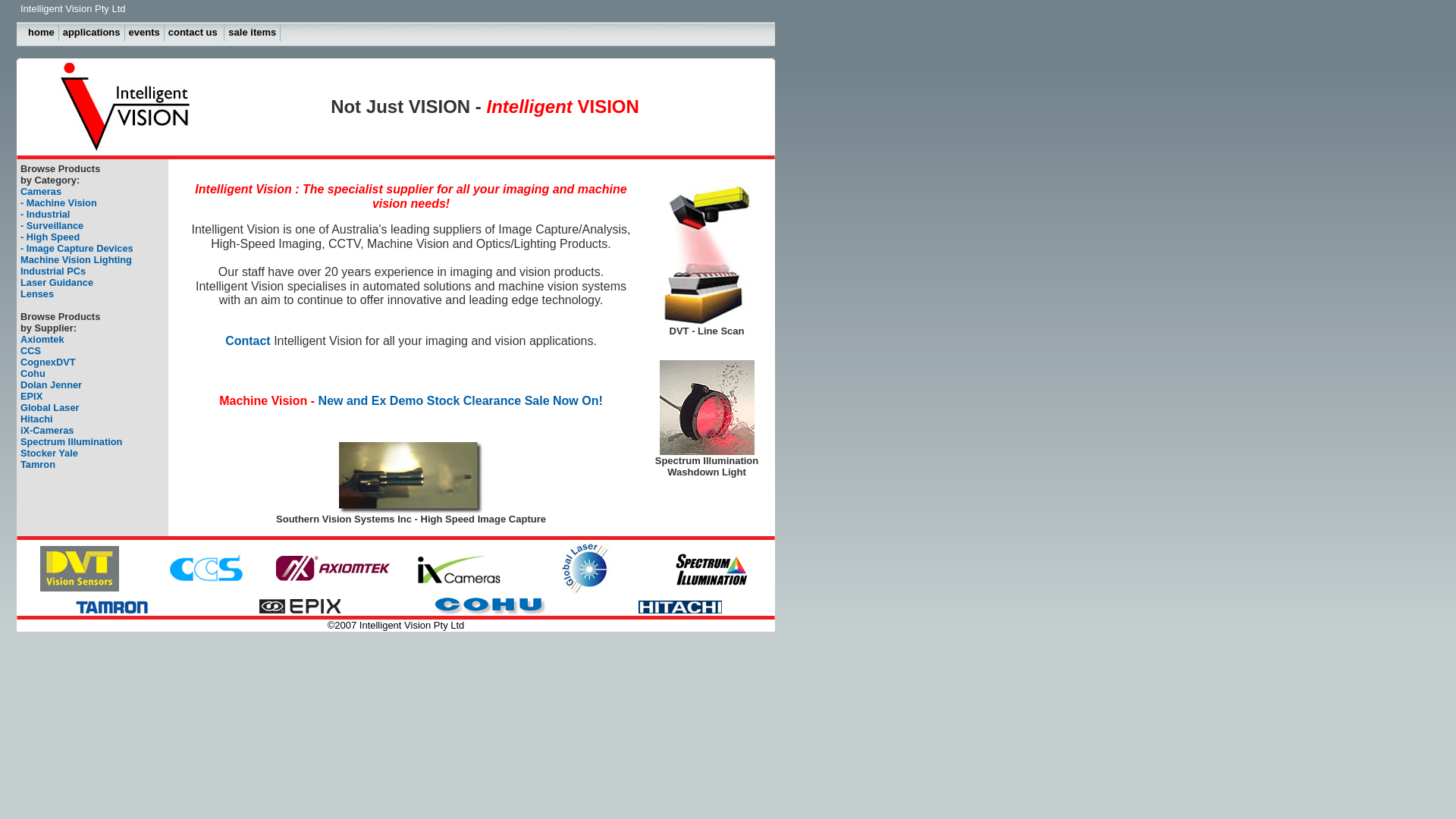 The height and width of the screenshot is (819, 1456). I want to click on 'events', so click(145, 33).